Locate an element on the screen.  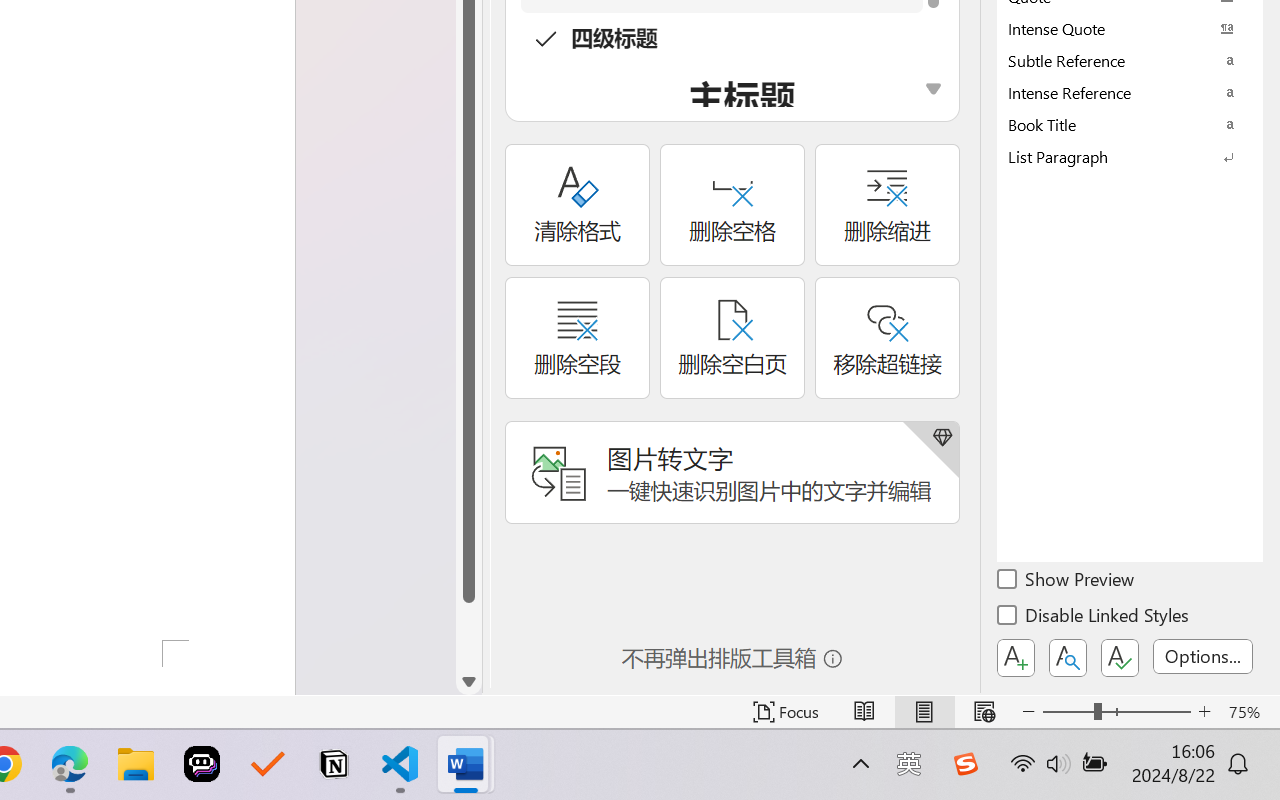
'Book Title' is located at coordinates (1130, 123).